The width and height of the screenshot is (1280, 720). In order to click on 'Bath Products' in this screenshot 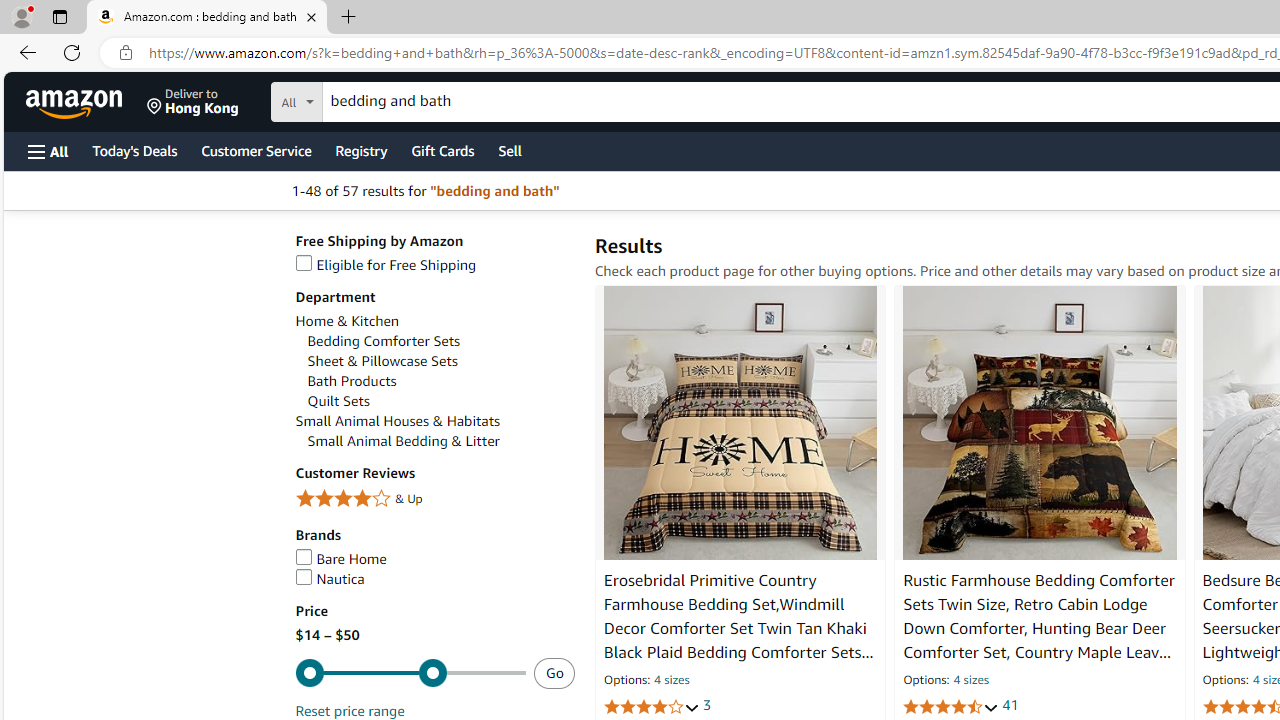, I will do `click(439, 381)`.